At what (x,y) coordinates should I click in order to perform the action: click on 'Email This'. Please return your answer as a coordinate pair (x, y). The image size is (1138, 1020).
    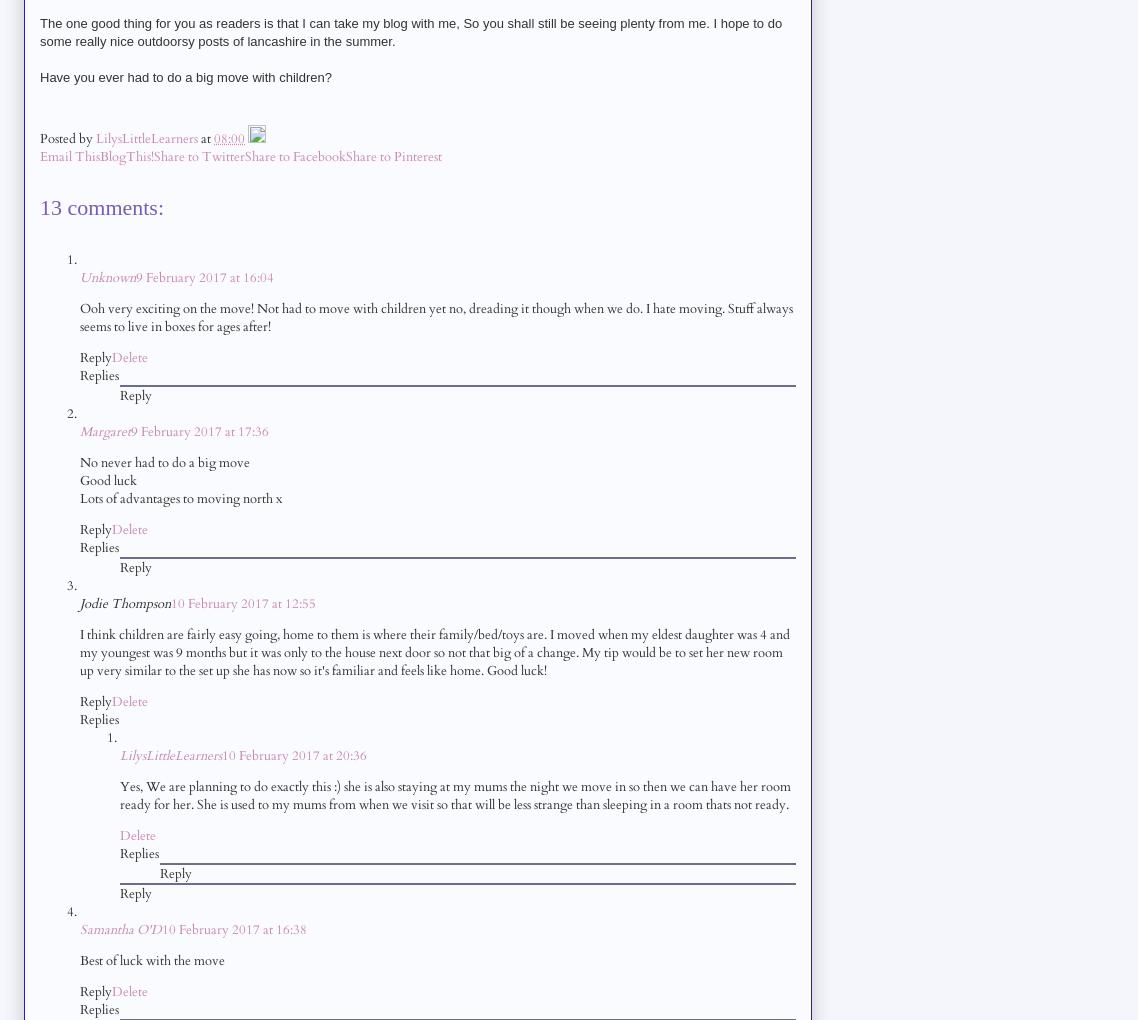
    Looking at the image, I should click on (68, 156).